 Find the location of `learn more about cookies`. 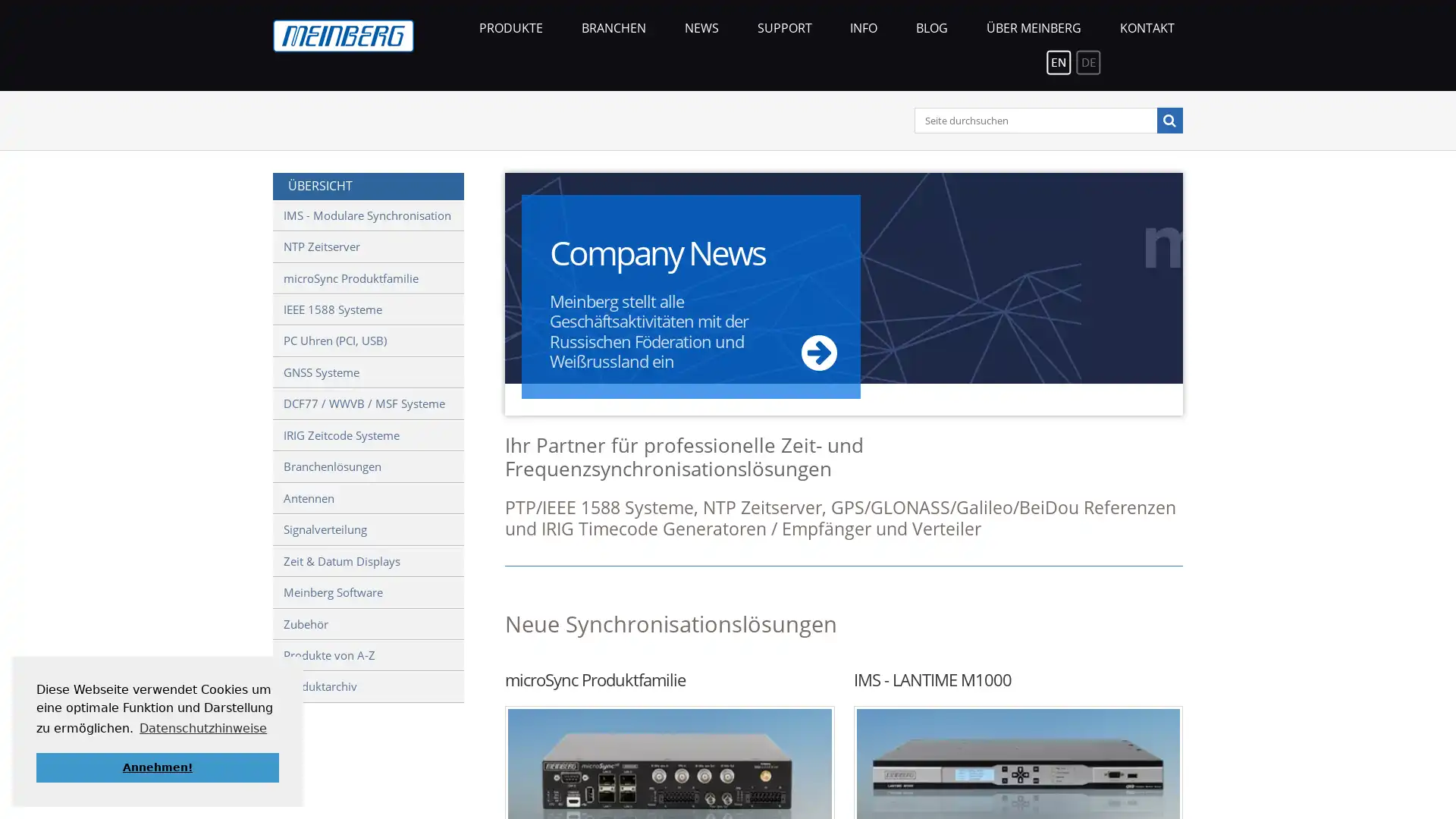

learn more about cookies is located at coordinates (202, 727).